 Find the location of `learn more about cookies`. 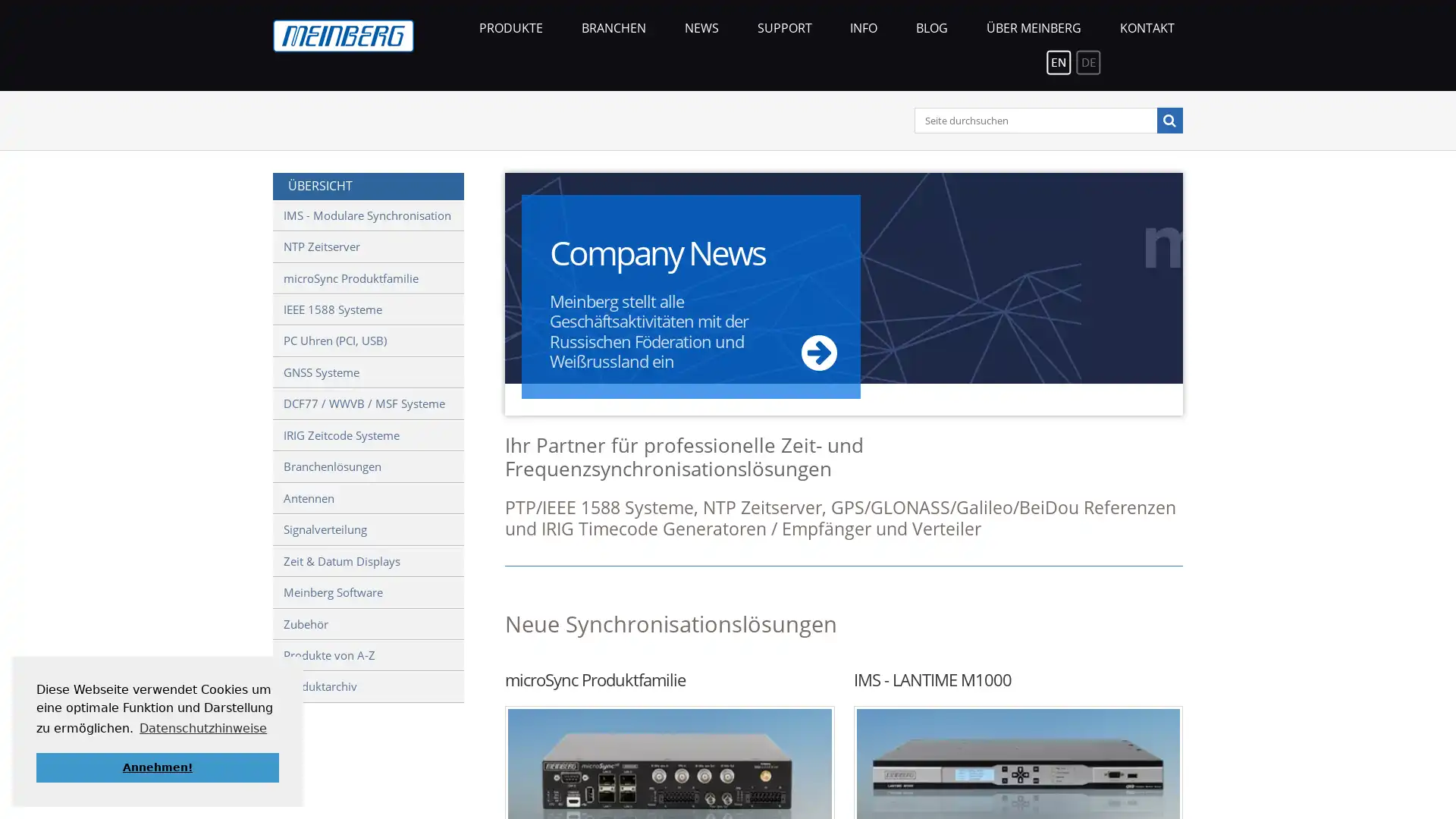

learn more about cookies is located at coordinates (202, 727).